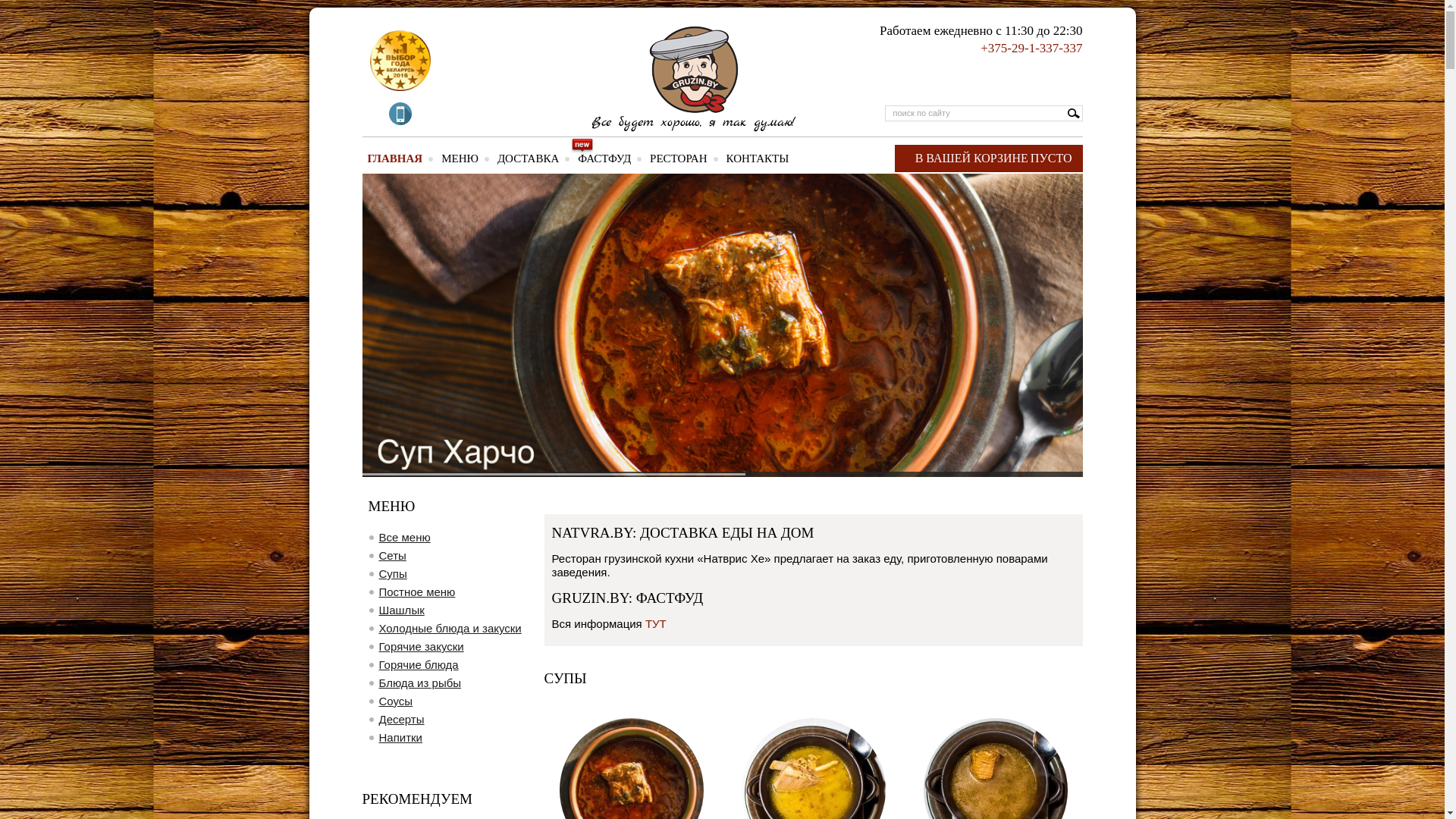 Image resolution: width=1456 pixels, height=819 pixels. I want to click on '+375-29-1-337-337', so click(1031, 47).